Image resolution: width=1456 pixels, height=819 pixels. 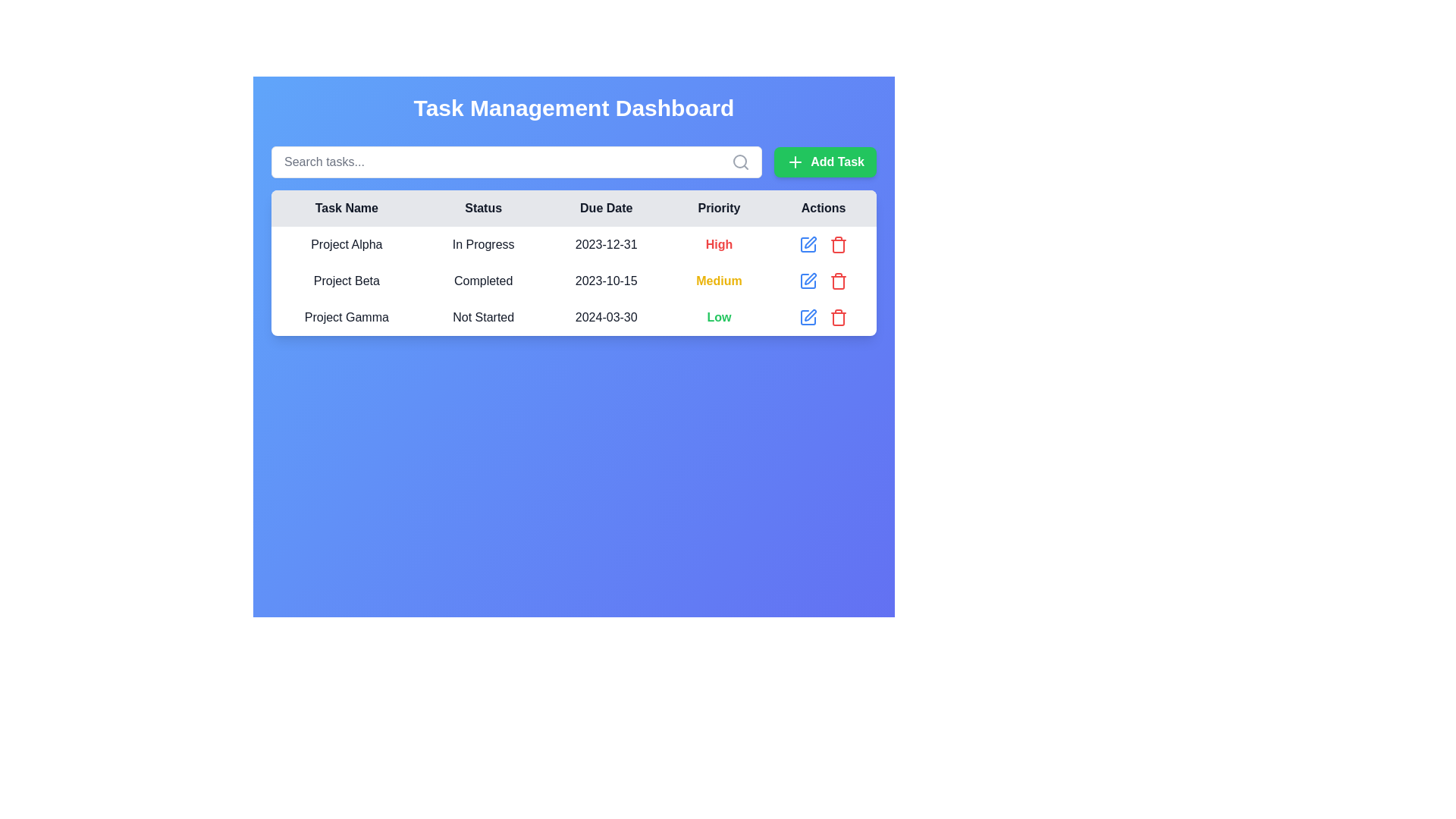 I want to click on the text label indicating the completion status of the task 'Project Beta', which is located in the second column of the second row in the table, so click(x=482, y=281).